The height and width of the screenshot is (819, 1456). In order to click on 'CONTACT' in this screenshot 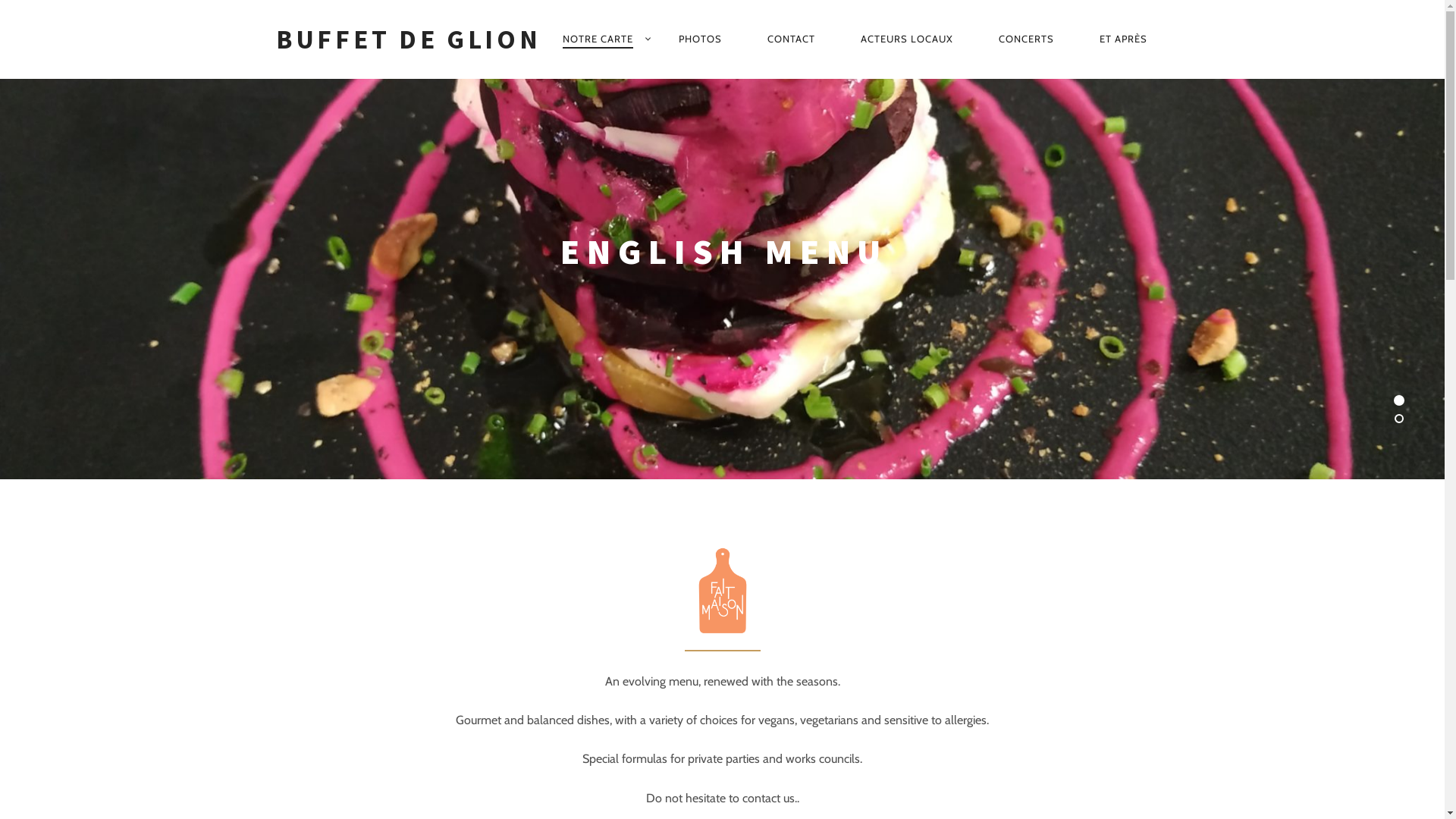, I will do `click(790, 37)`.